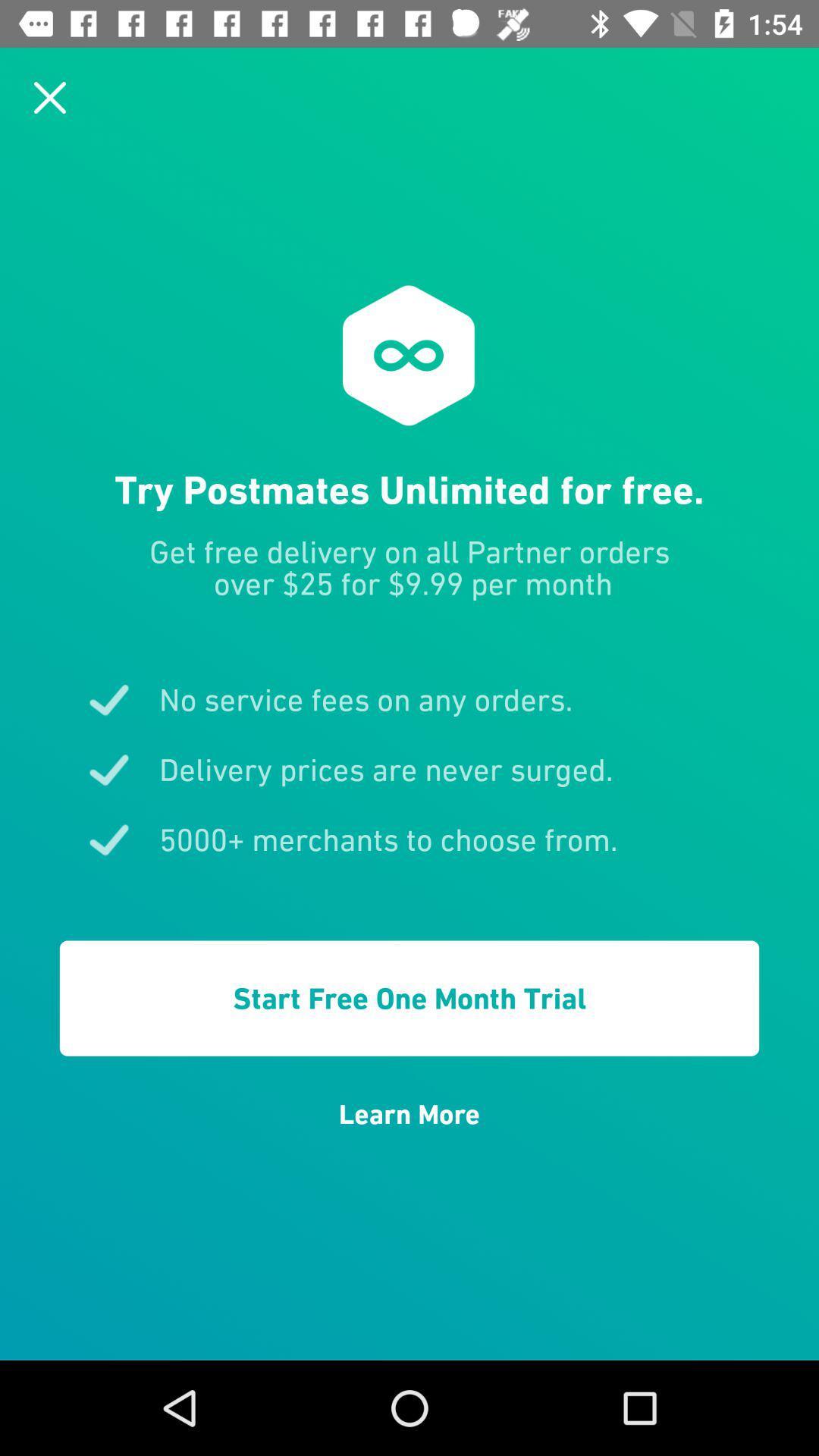 This screenshot has height=1456, width=819. What do you see at coordinates (49, 96) in the screenshot?
I see `the icon at the top left corner` at bounding box center [49, 96].